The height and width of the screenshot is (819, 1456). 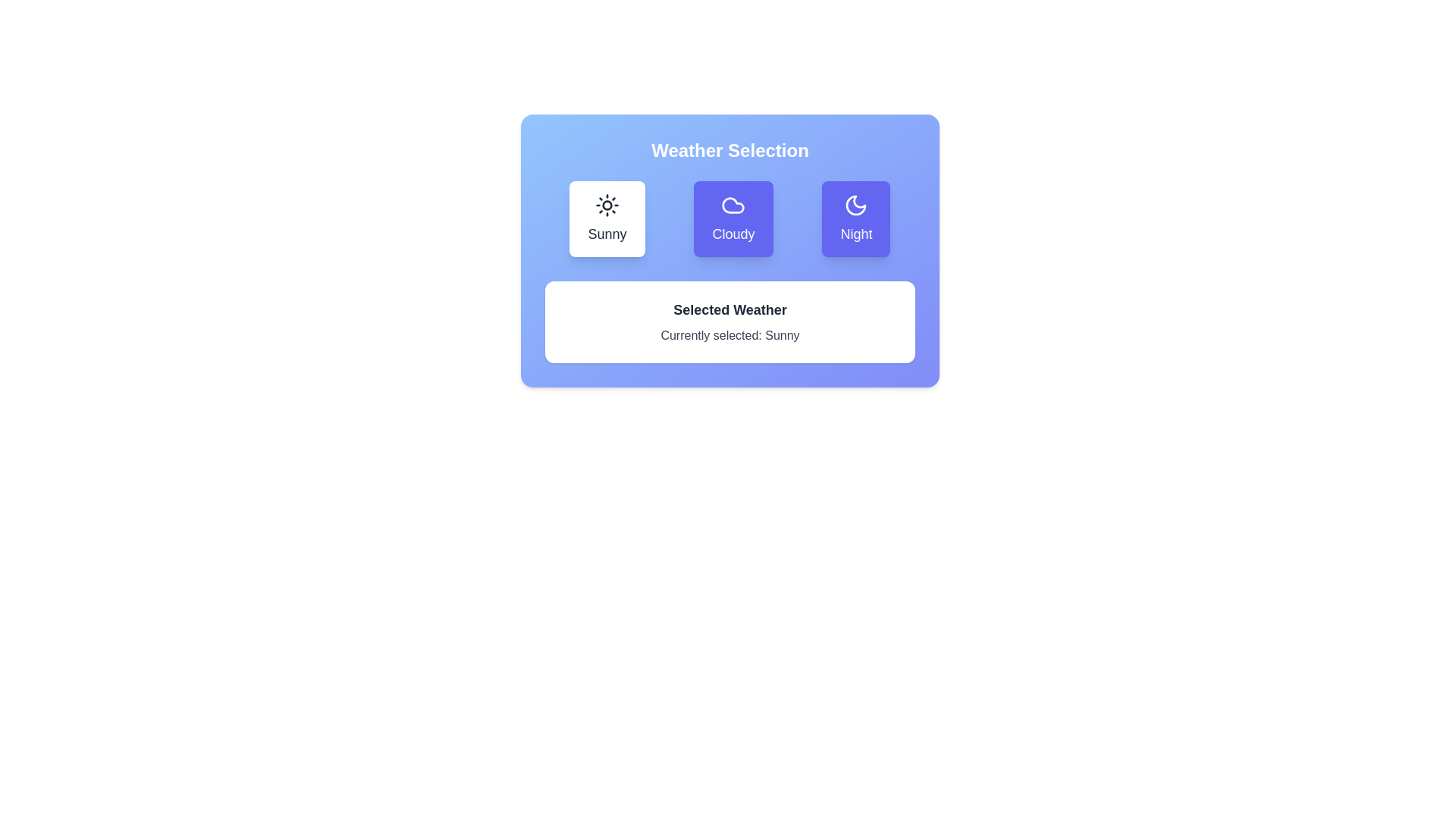 What do you see at coordinates (730, 219) in the screenshot?
I see `the 'Cloudy' button, which is a rectangular button with a white cloud icon and blue background, located between the 'Sunny' and 'Night' buttons` at bounding box center [730, 219].